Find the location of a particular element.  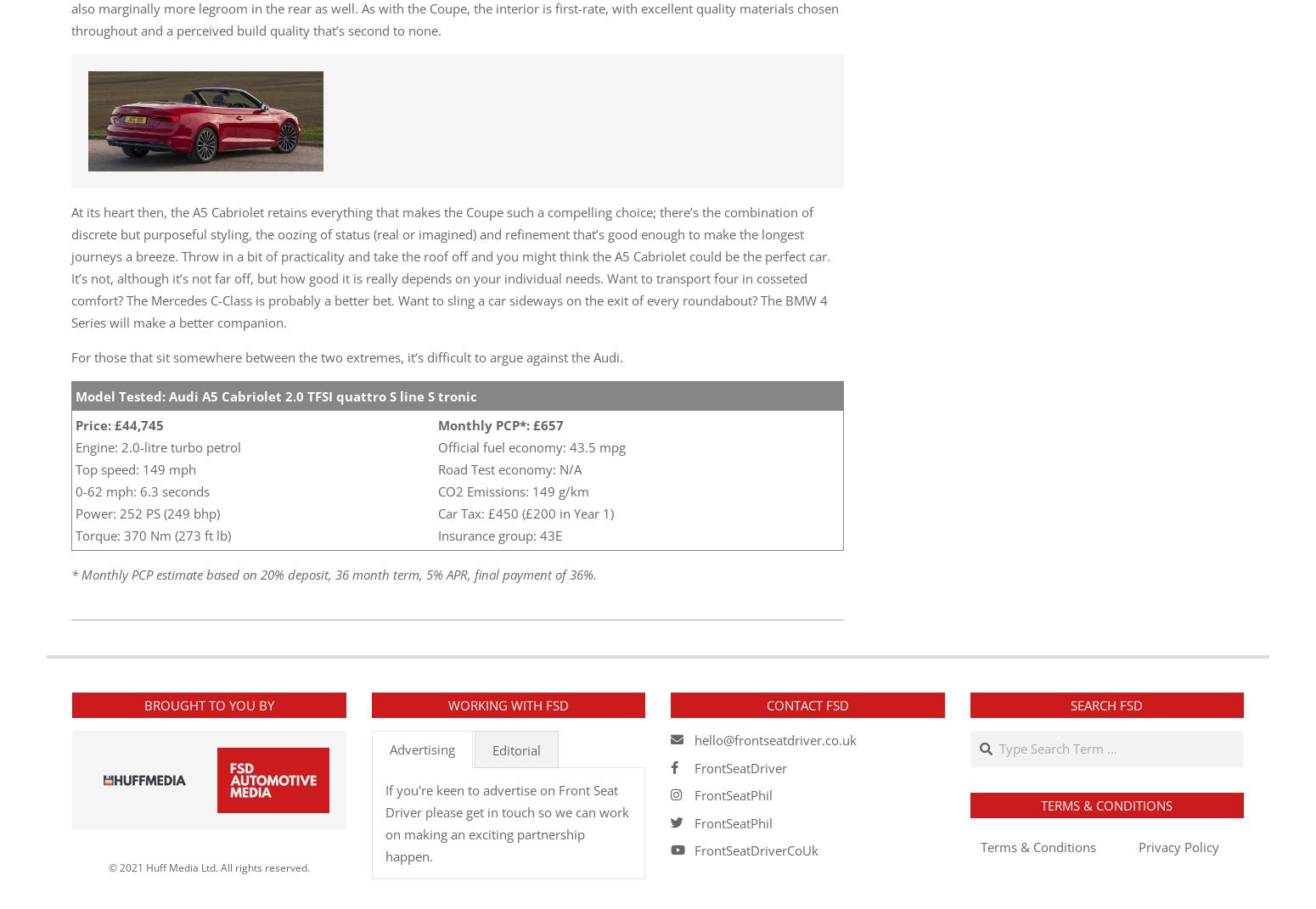

'Model Tested: Audi A5 Cabriolet 2.0 TFSI quattro S line S tronic' is located at coordinates (275, 395).